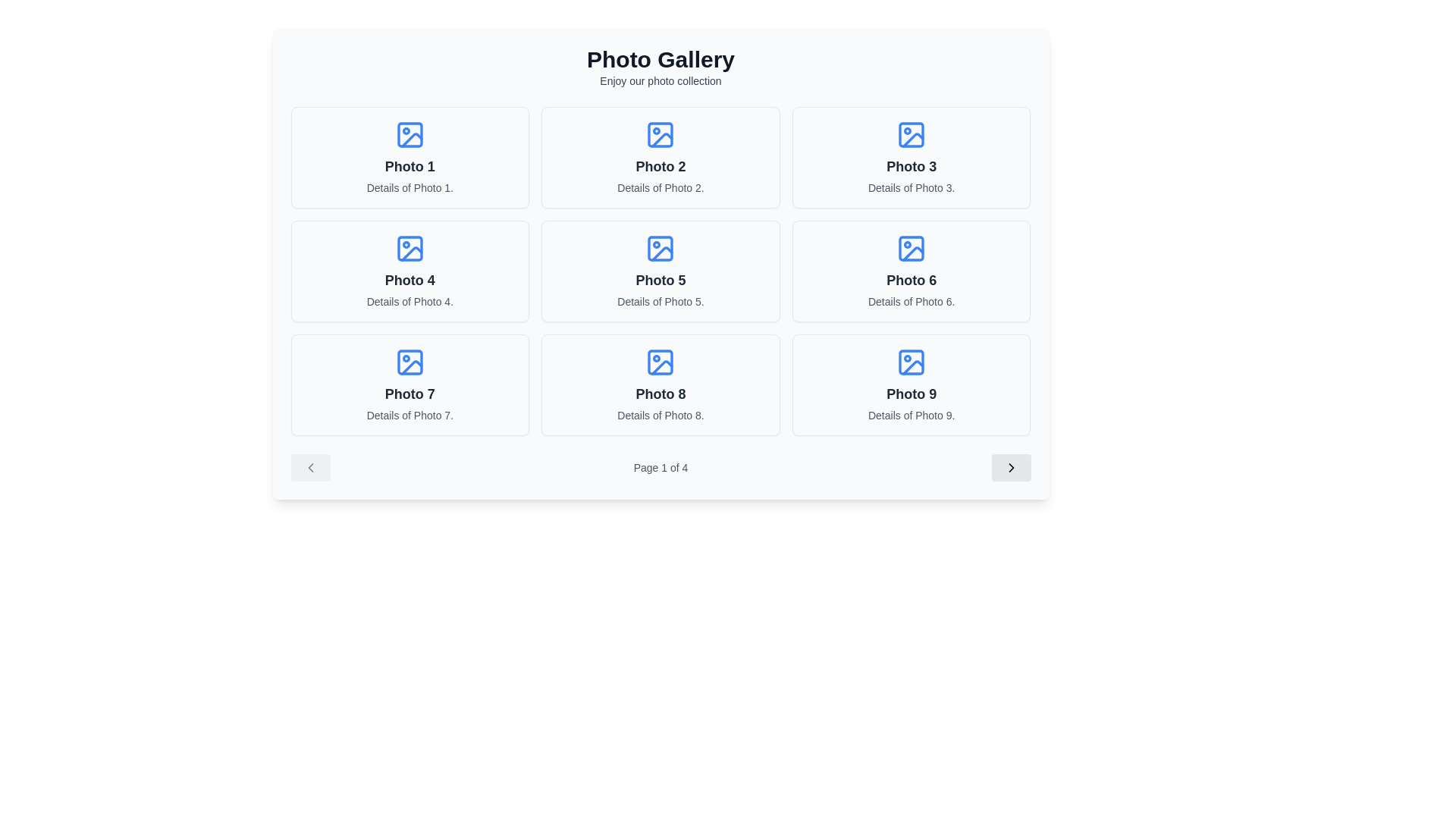 This screenshot has height=819, width=1456. Describe the element at coordinates (911, 271) in the screenshot. I see `the card representing 'Photo 6' in the gallery to focus or interact with it` at that location.